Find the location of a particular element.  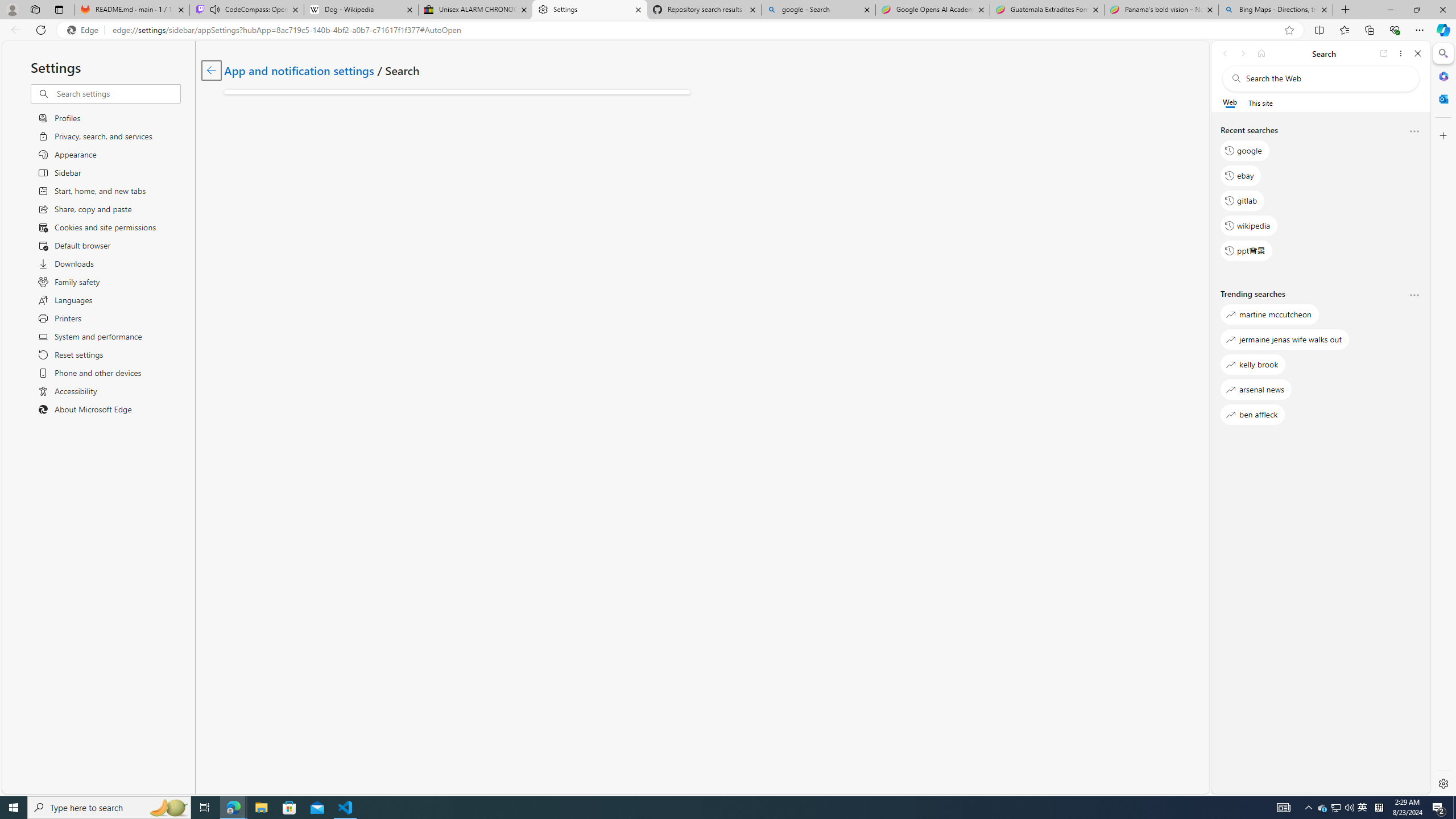

'Search settings' is located at coordinates (118, 93).